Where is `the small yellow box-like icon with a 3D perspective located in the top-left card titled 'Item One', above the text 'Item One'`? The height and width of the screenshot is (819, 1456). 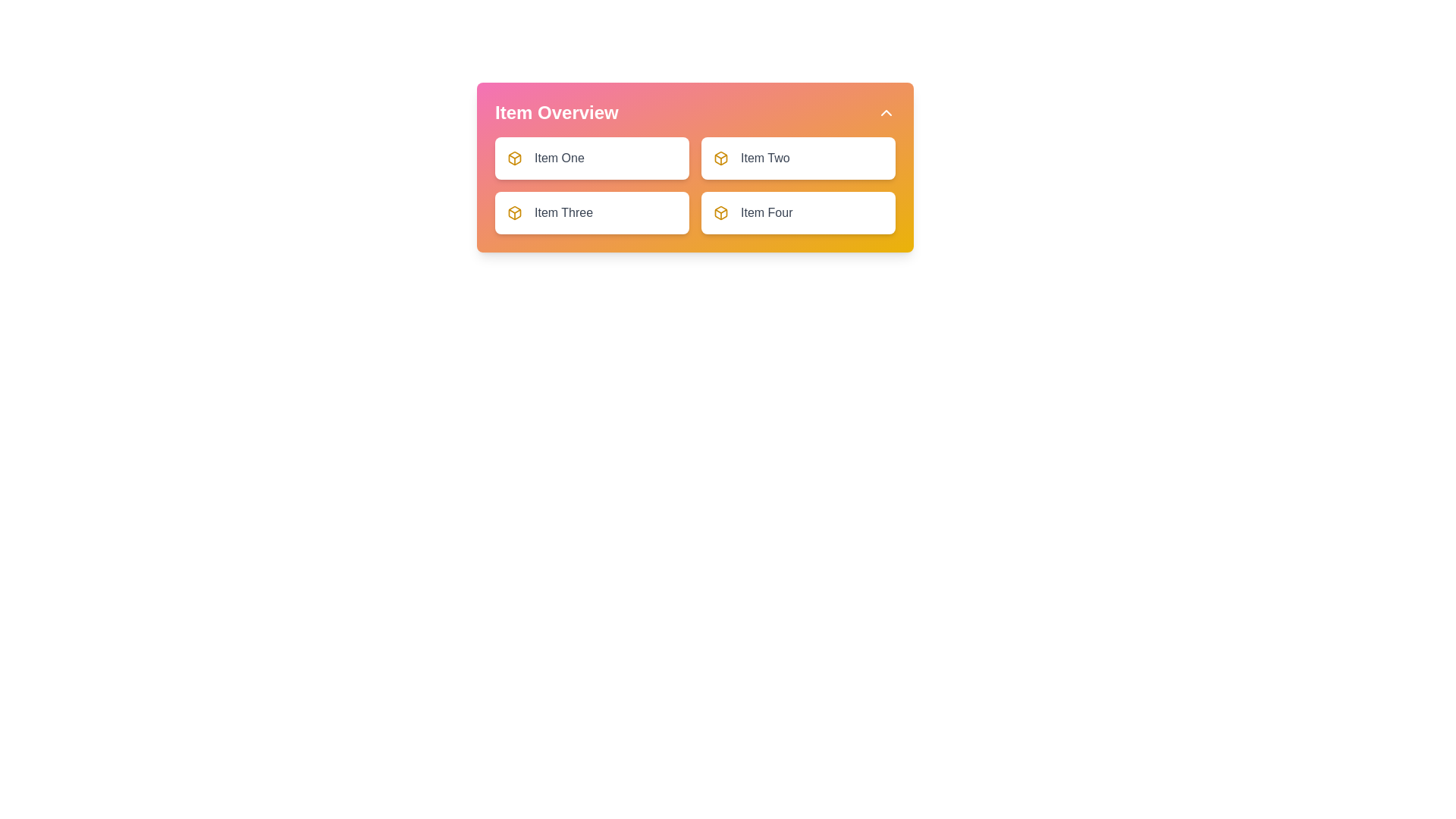 the small yellow box-like icon with a 3D perspective located in the top-left card titled 'Item One', above the text 'Item One' is located at coordinates (514, 158).